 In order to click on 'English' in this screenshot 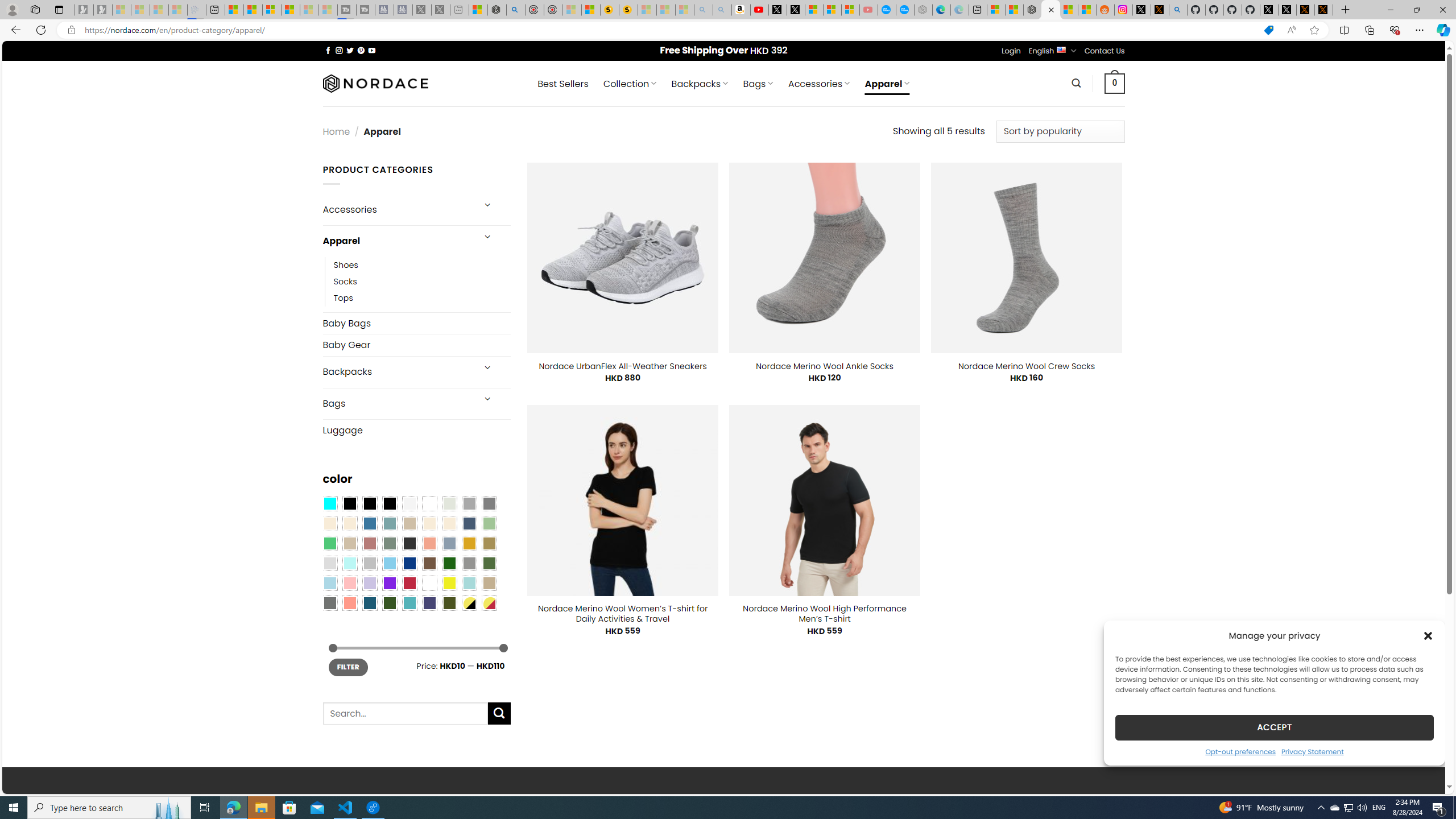, I will do `click(1061, 49)`.